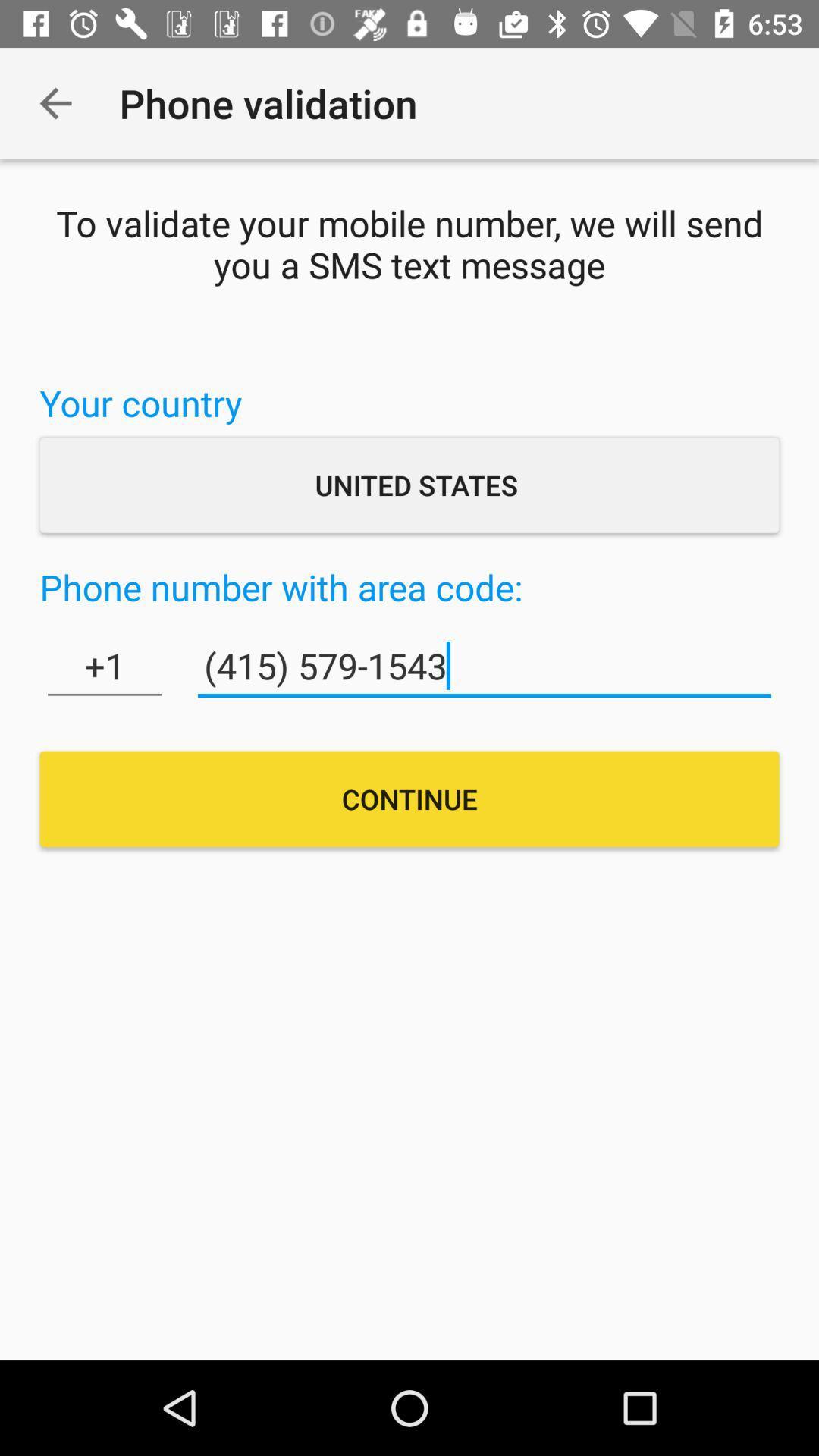  I want to click on item above to validate your, so click(55, 102).